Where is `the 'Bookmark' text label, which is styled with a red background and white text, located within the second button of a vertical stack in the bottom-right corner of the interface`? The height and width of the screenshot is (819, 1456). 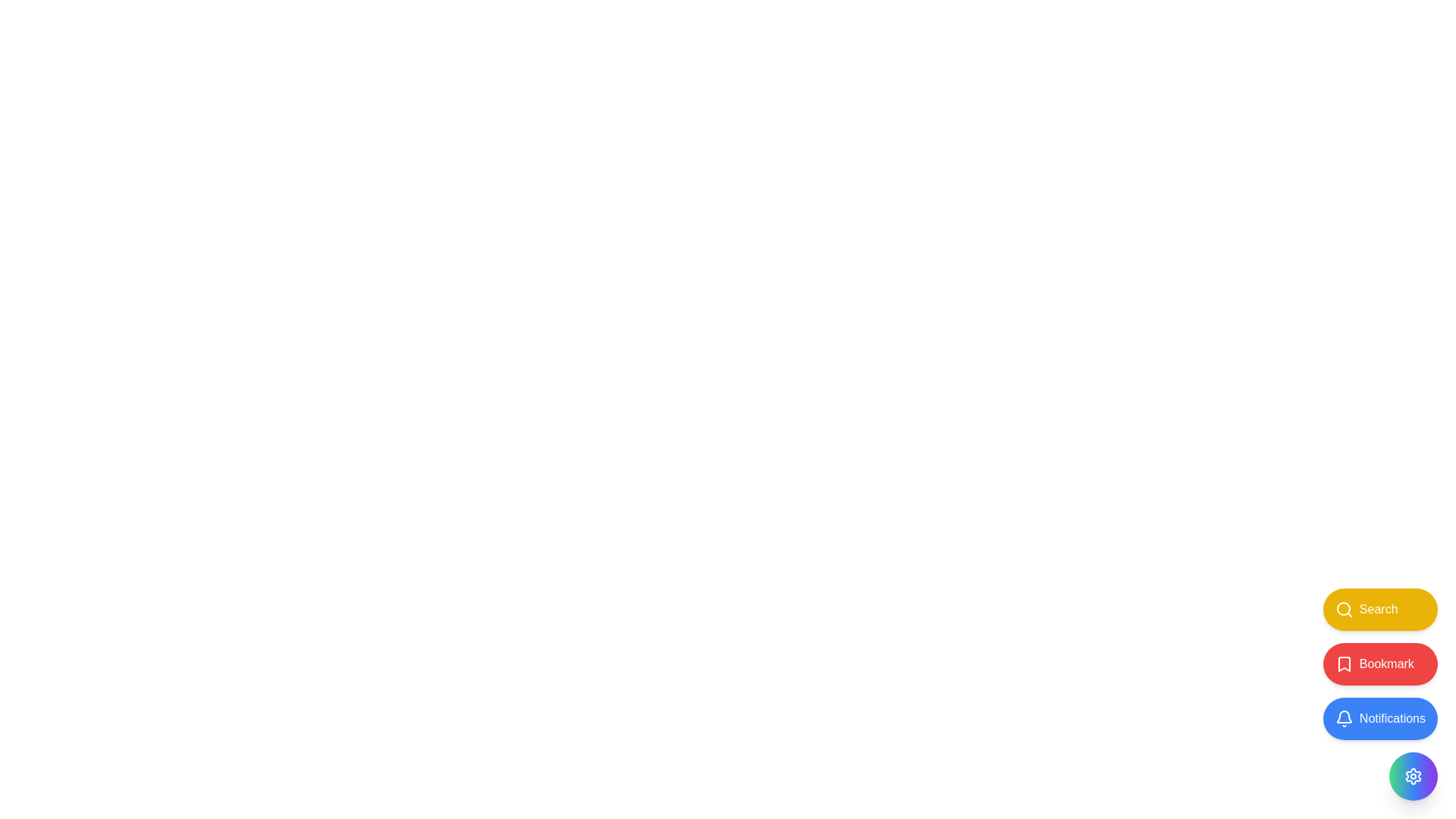 the 'Bookmark' text label, which is styled with a red background and white text, located within the second button of a vertical stack in the bottom-right corner of the interface is located at coordinates (1386, 663).